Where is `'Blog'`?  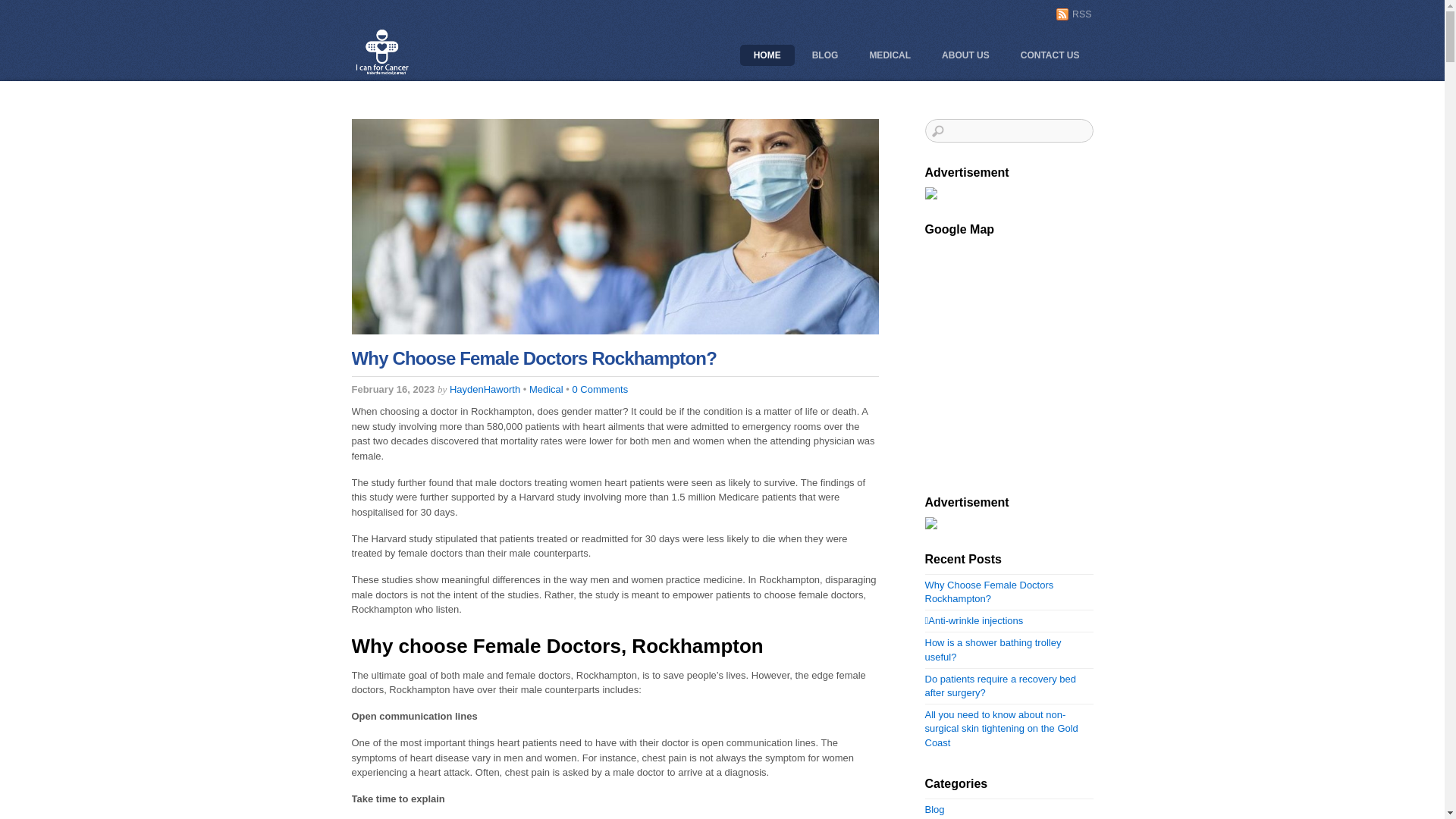 'Blog' is located at coordinates (934, 808).